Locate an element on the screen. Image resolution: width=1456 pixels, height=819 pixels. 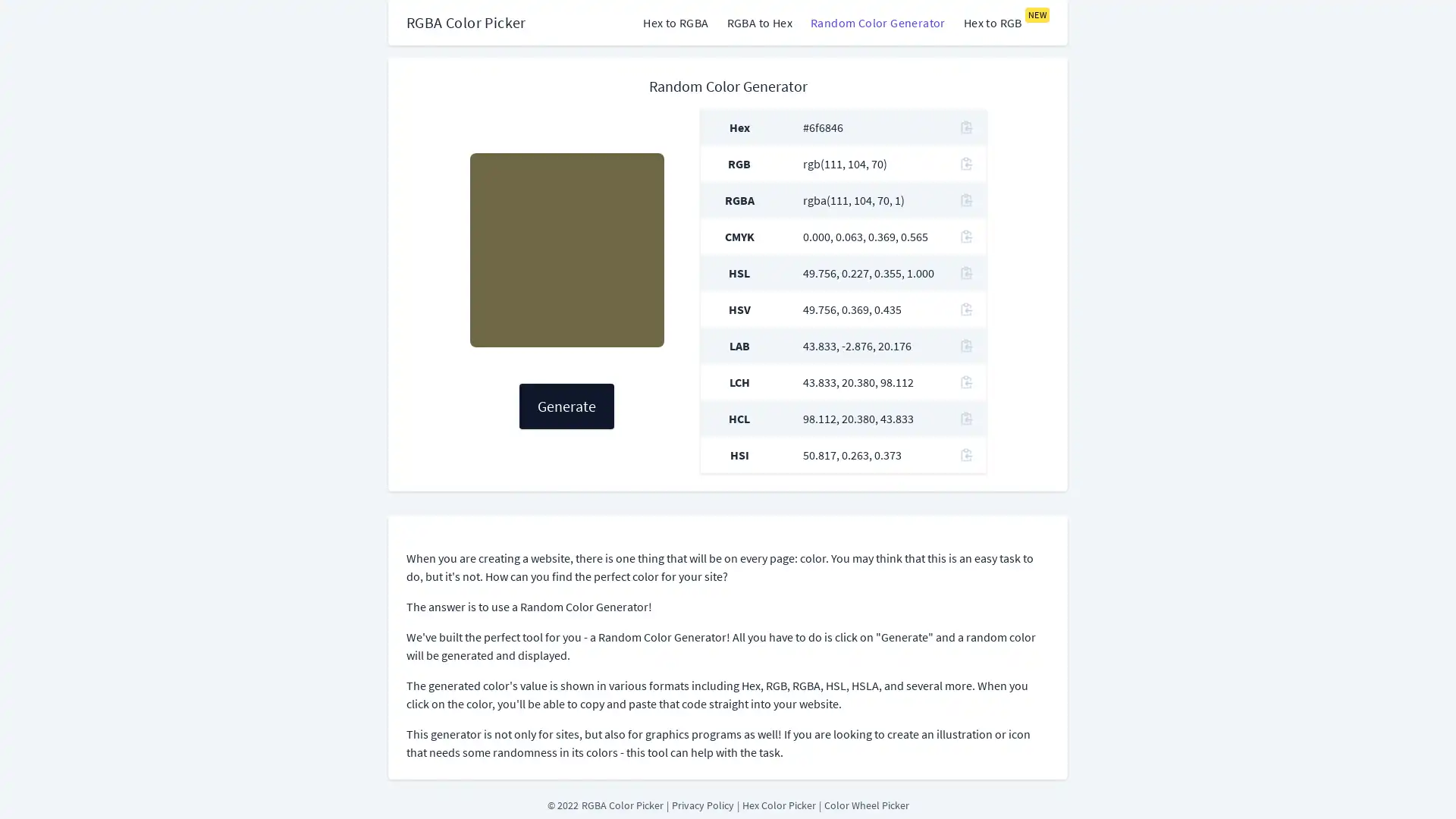
Generate is located at coordinates (566, 406).